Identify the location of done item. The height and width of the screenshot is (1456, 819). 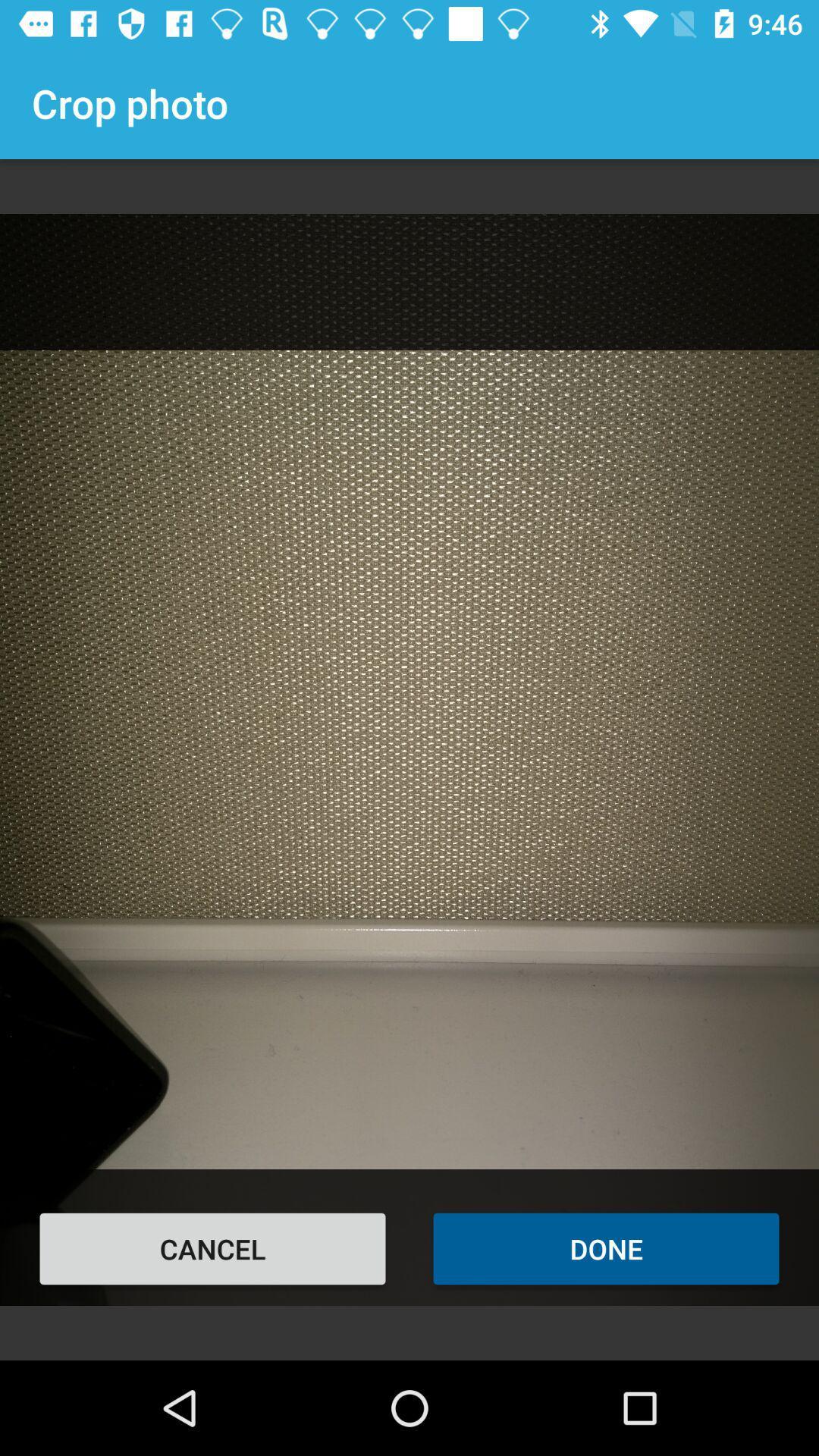
(605, 1248).